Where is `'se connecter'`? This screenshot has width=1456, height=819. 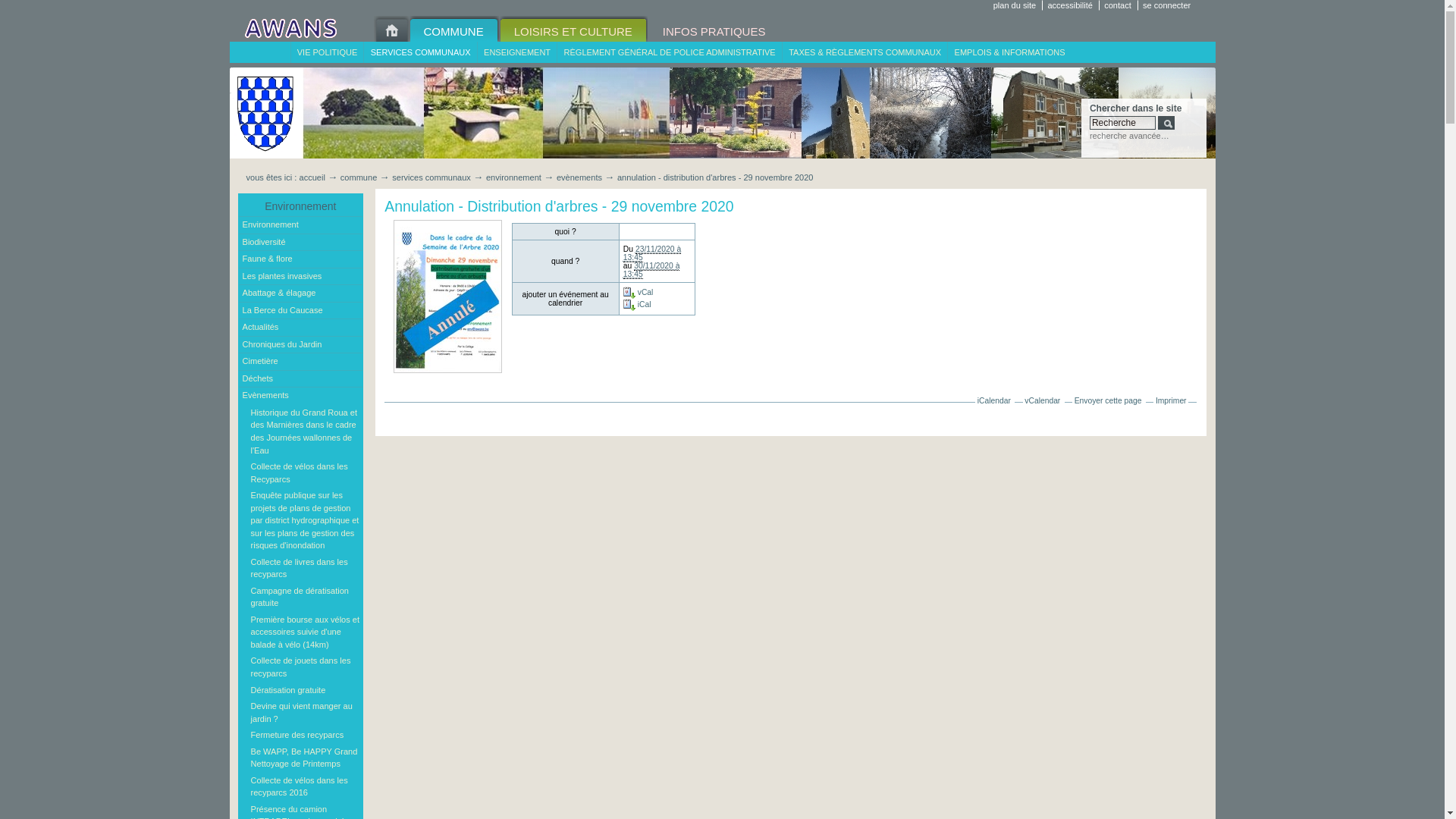
'se connecter' is located at coordinates (1168, 5).